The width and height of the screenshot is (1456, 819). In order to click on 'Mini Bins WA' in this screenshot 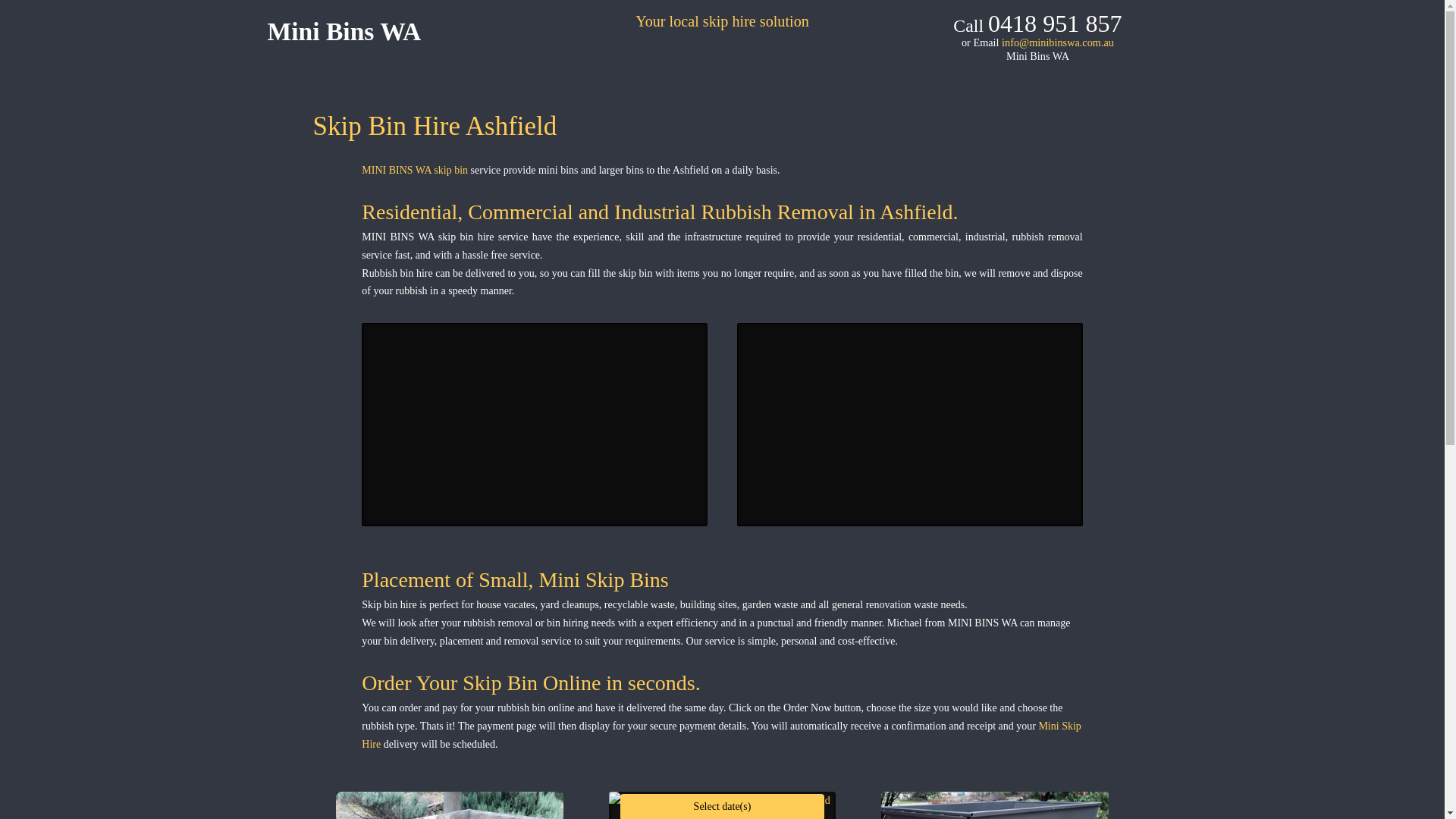, I will do `click(266, 31)`.